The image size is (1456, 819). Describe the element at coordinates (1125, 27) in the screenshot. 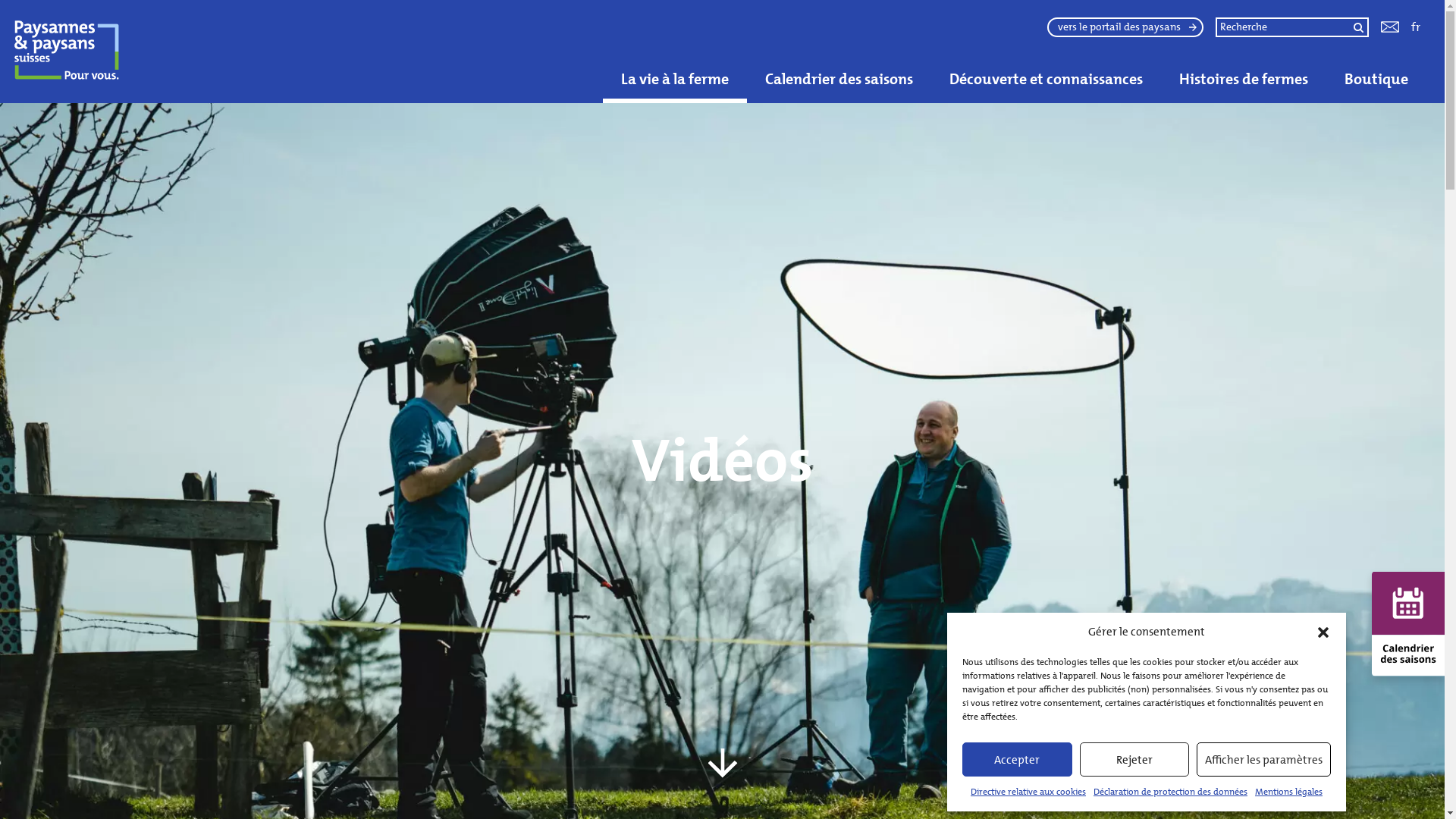

I see `'vers le portail des paysans'` at that location.